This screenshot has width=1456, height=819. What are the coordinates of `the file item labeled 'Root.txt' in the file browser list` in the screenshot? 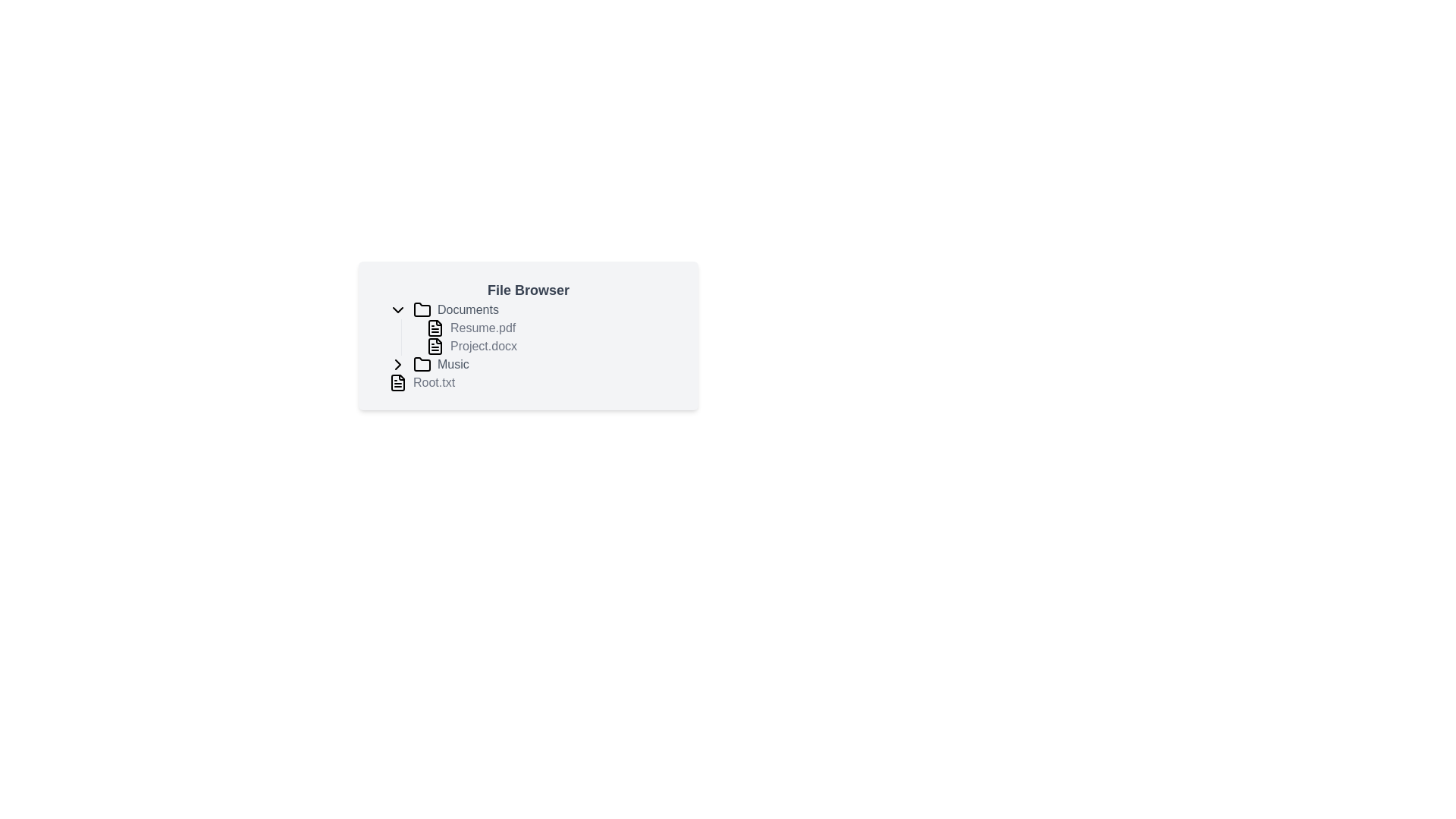 It's located at (535, 382).